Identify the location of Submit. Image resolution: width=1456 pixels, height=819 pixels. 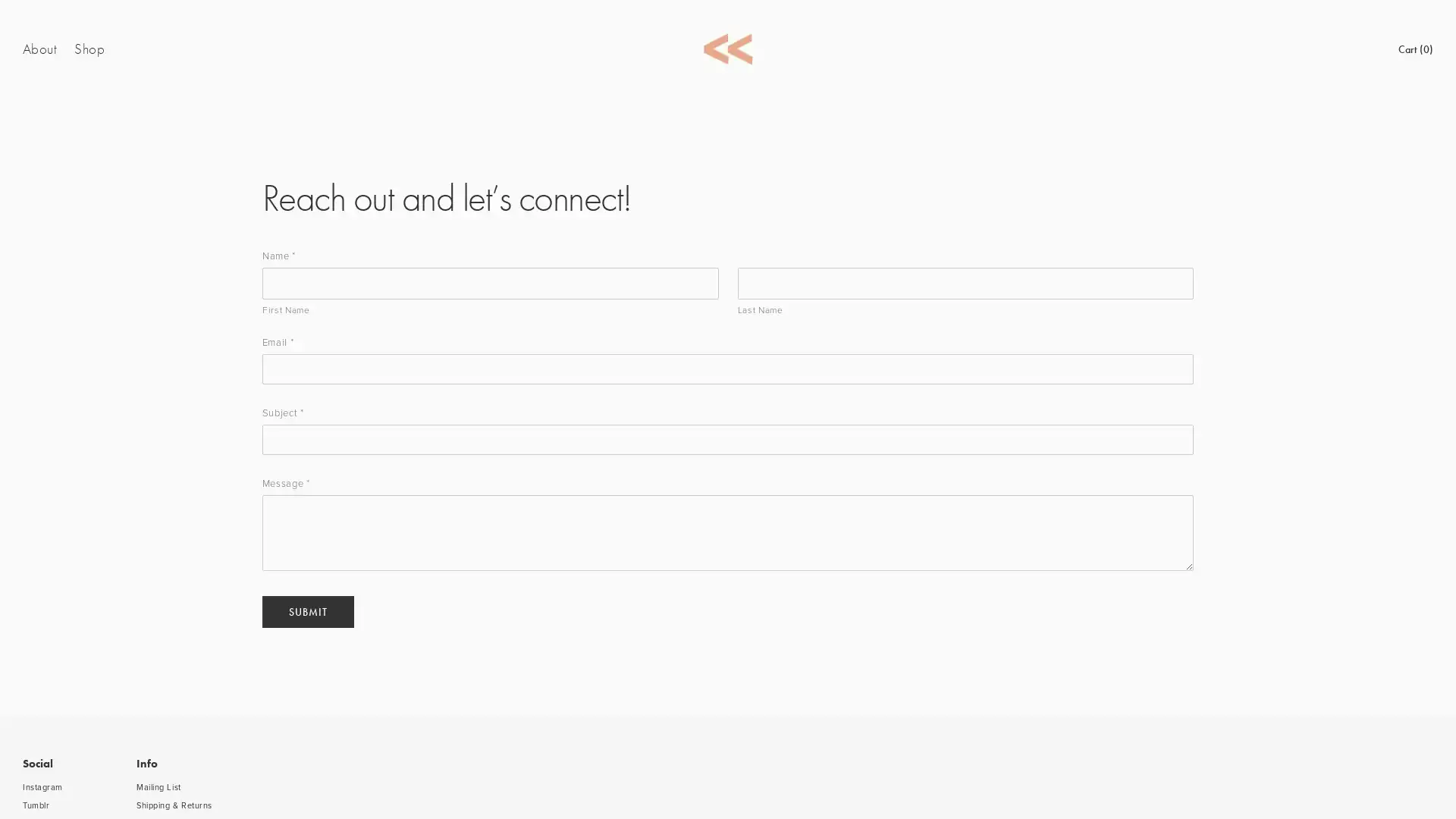
(307, 610).